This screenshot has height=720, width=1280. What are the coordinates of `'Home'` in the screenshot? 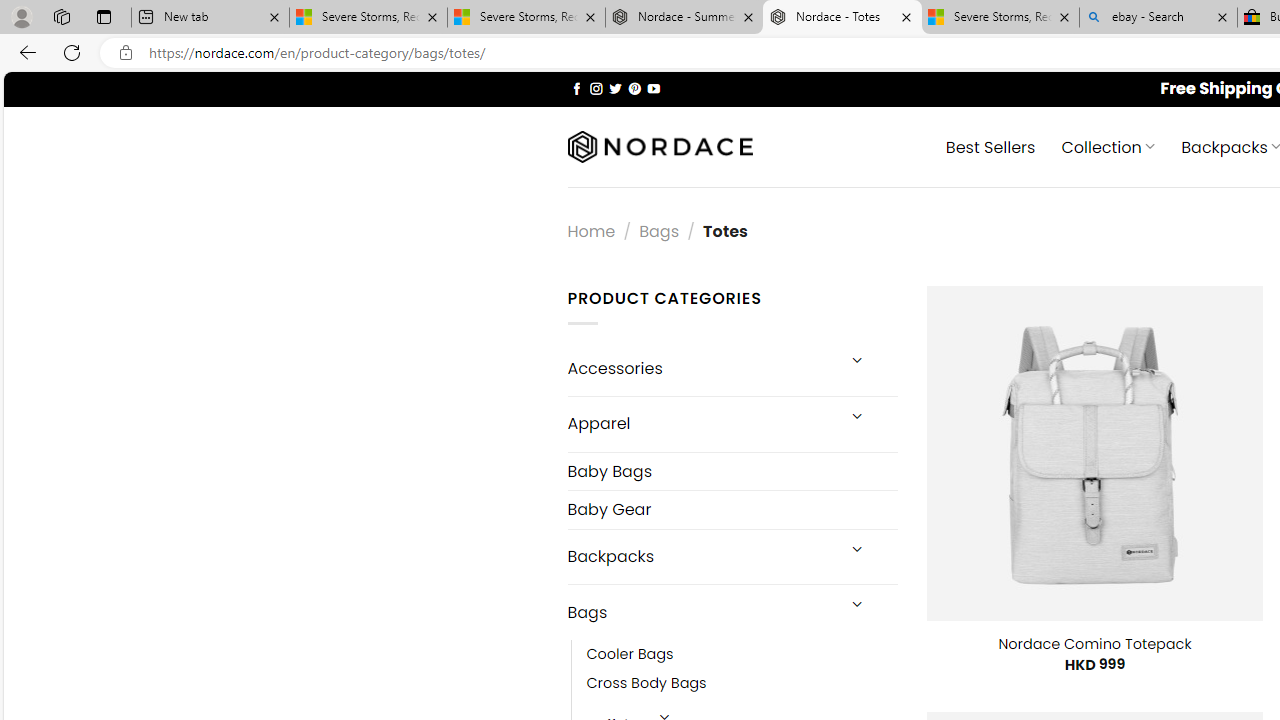 It's located at (590, 230).